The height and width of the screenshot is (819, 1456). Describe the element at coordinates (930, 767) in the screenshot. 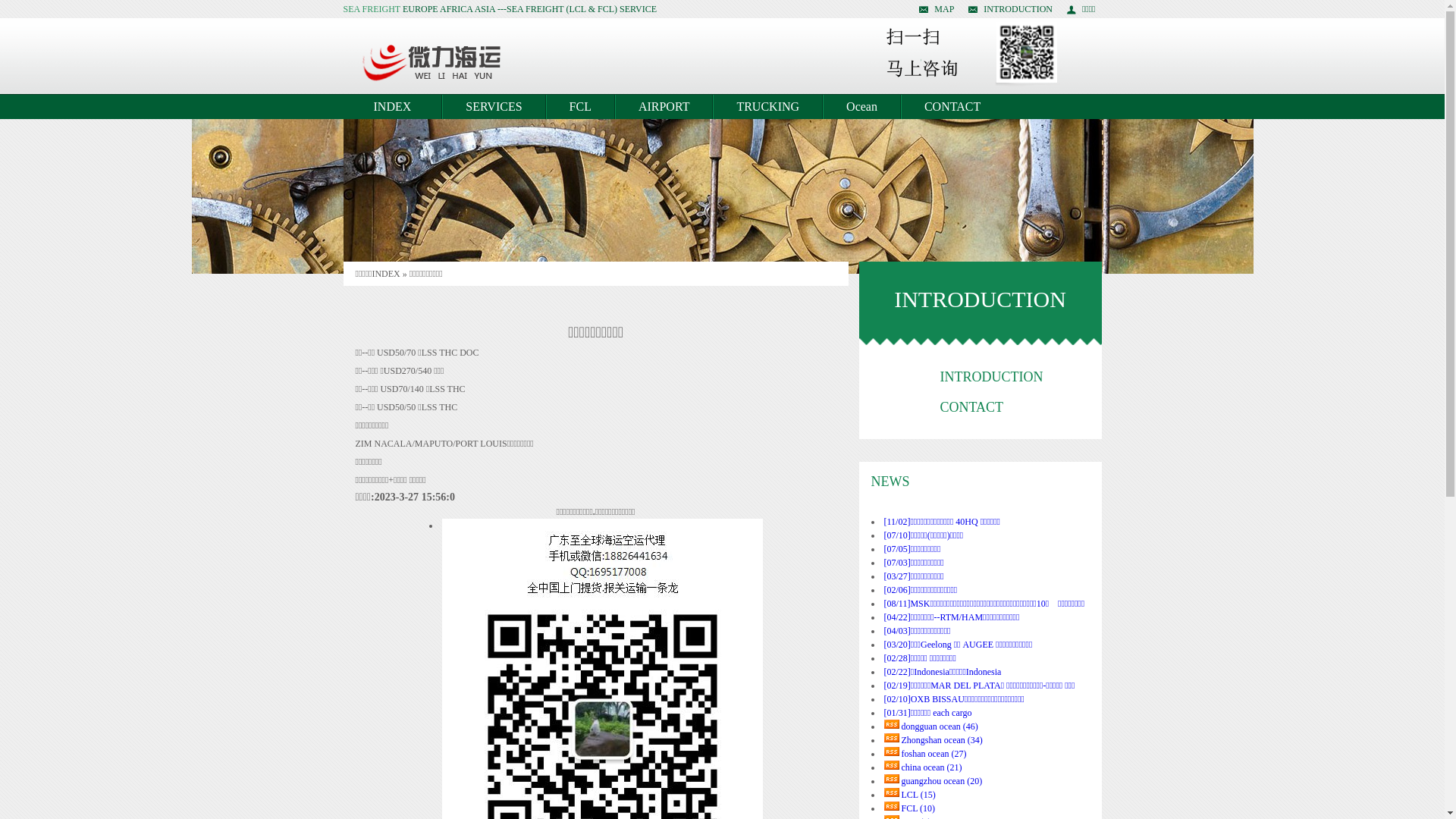

I see `'china ocean (21)'` at that location.